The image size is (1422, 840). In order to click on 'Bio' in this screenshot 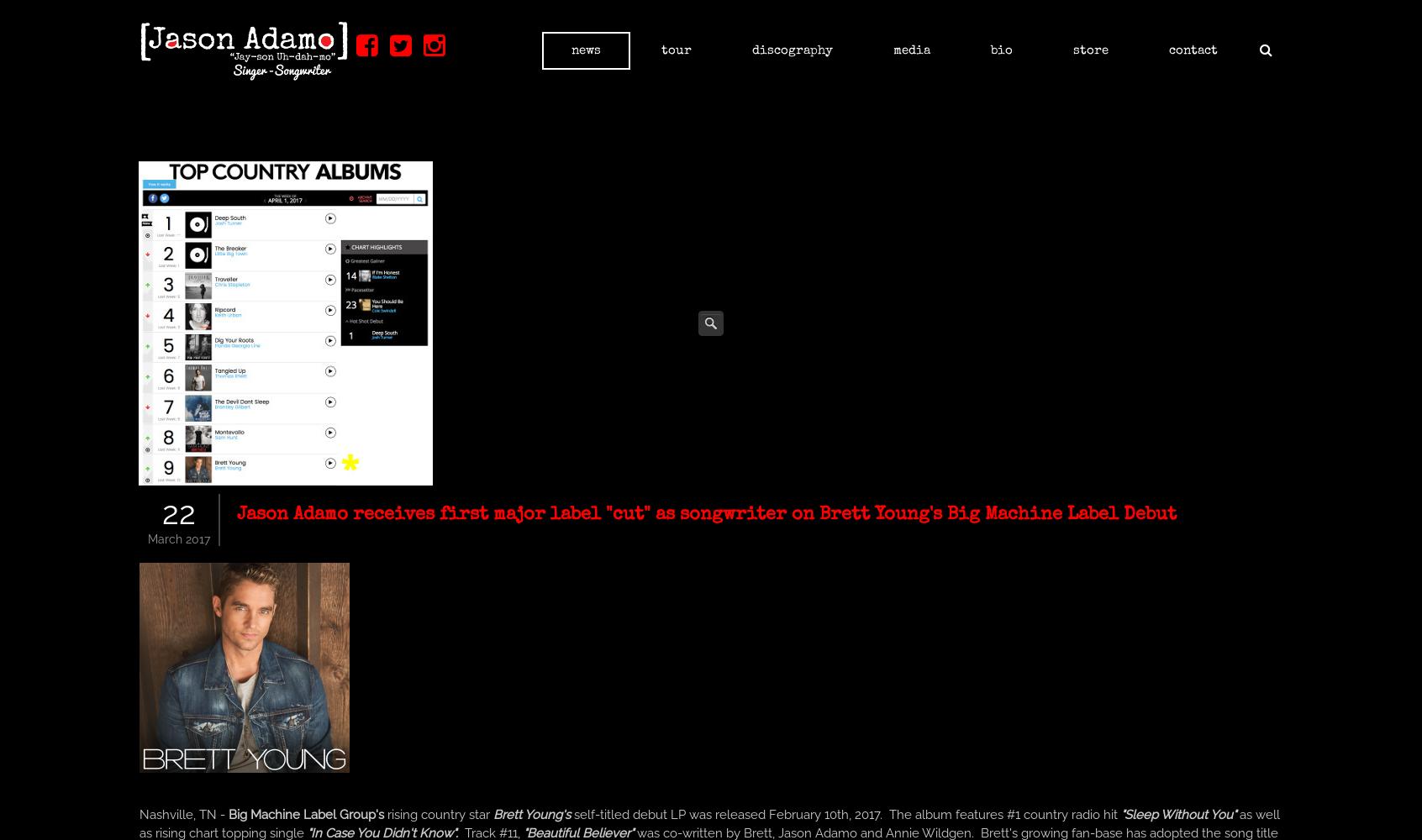, I will do `click(1001, 50)`.